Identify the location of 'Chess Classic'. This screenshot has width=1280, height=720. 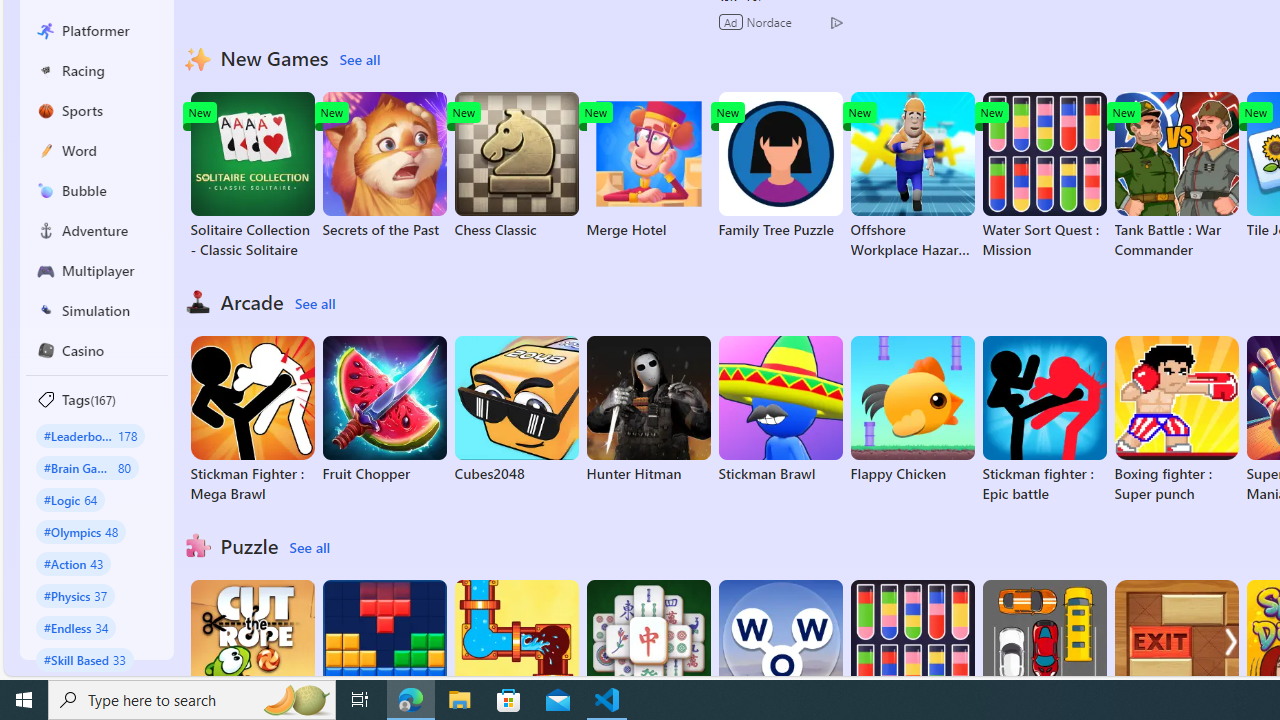
(516, 164).